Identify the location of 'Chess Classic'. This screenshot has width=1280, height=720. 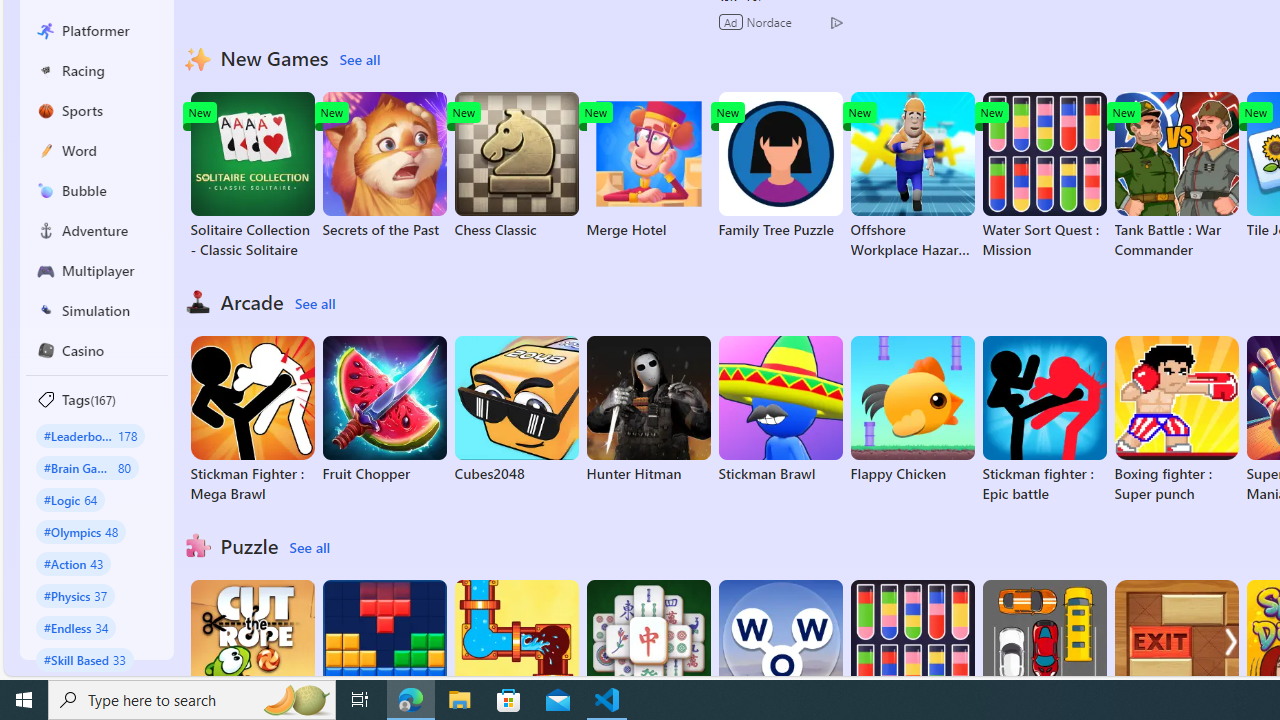
(516, 164).